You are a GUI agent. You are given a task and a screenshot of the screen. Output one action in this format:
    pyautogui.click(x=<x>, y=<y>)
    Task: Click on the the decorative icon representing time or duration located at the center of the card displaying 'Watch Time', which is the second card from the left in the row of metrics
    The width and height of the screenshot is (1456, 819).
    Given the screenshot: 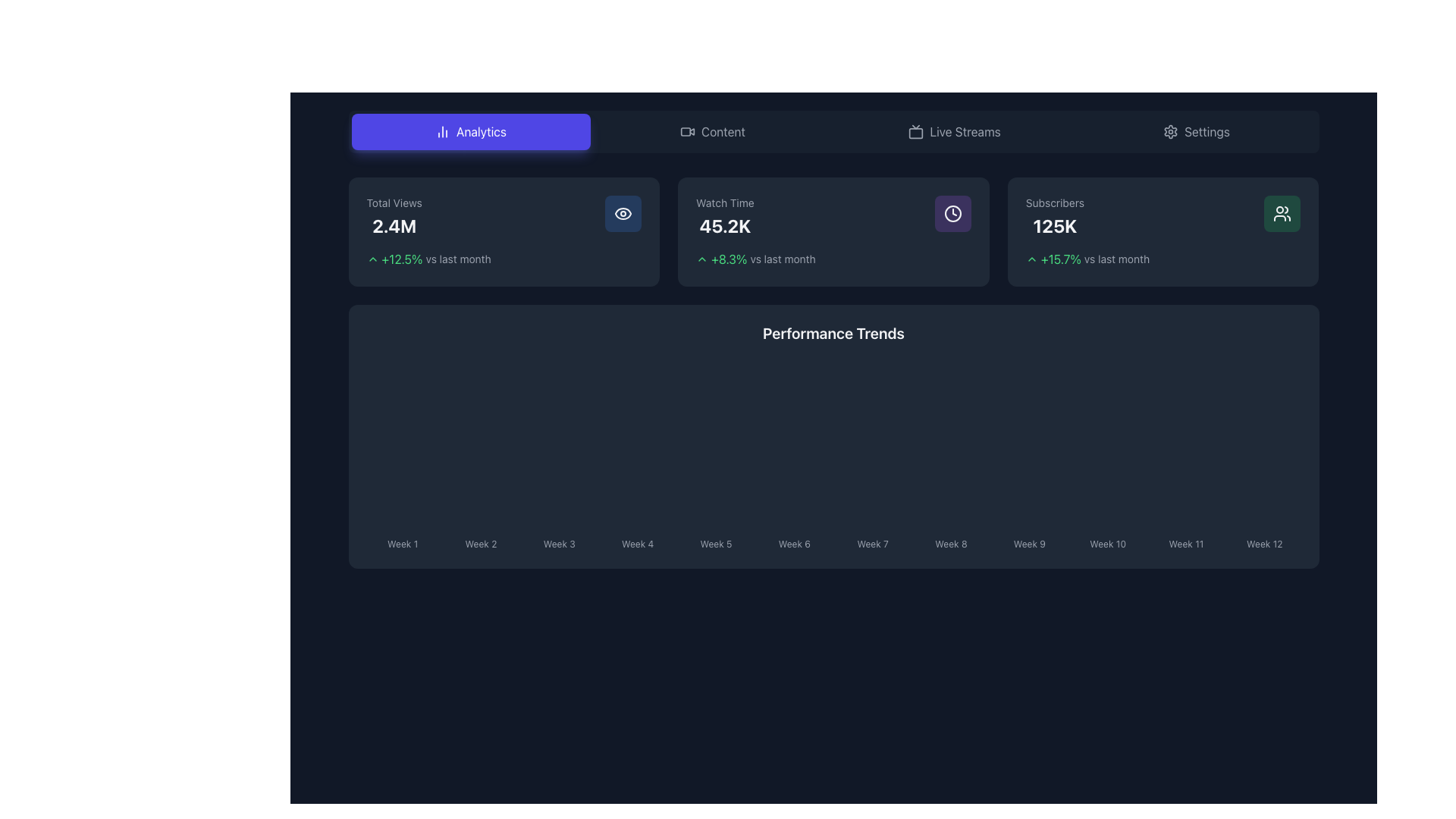 What is the action you would take?
    pyautogui.click(x=952, y=213)
    